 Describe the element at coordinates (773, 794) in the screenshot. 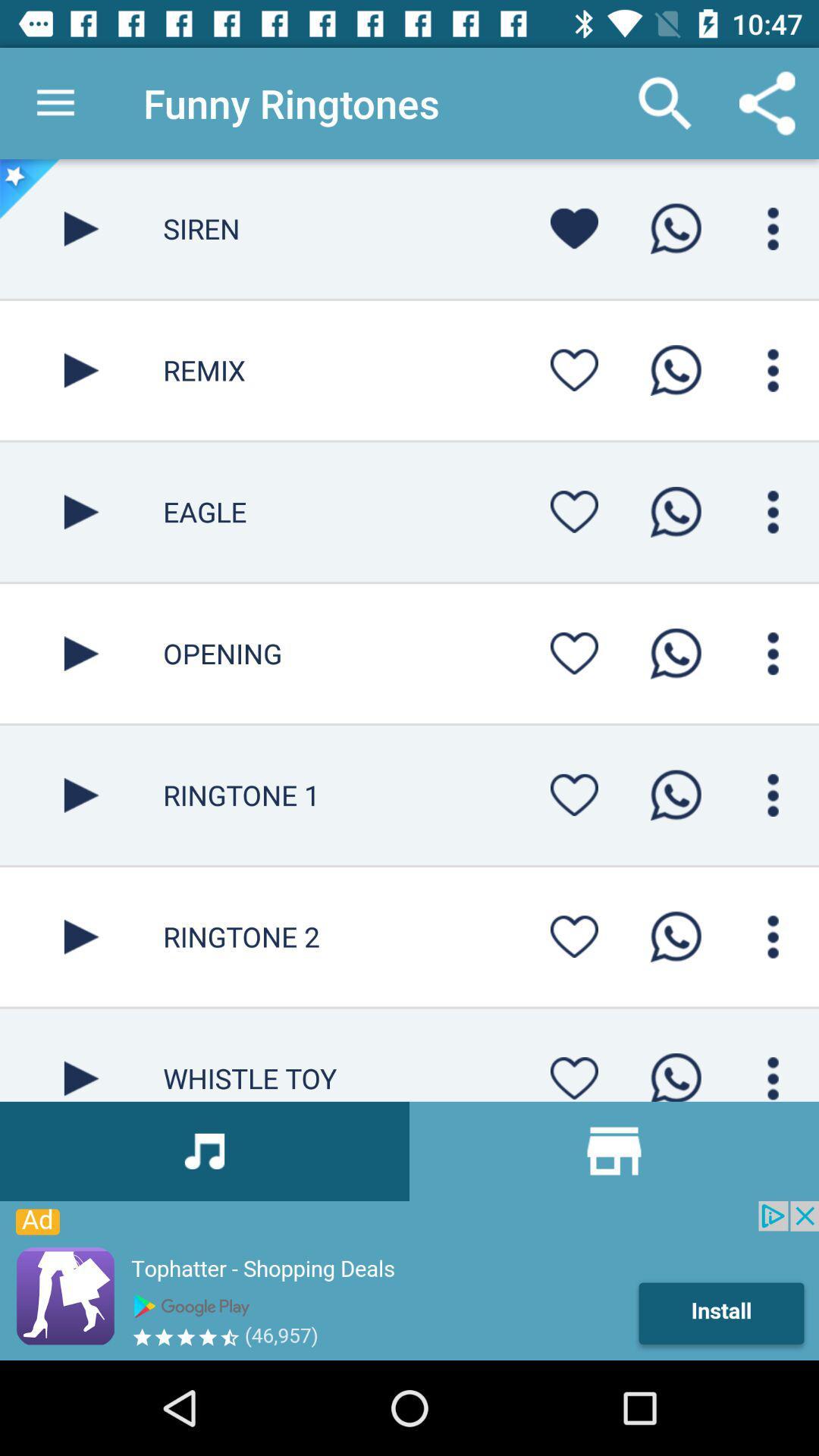

I see `more options` at that location.